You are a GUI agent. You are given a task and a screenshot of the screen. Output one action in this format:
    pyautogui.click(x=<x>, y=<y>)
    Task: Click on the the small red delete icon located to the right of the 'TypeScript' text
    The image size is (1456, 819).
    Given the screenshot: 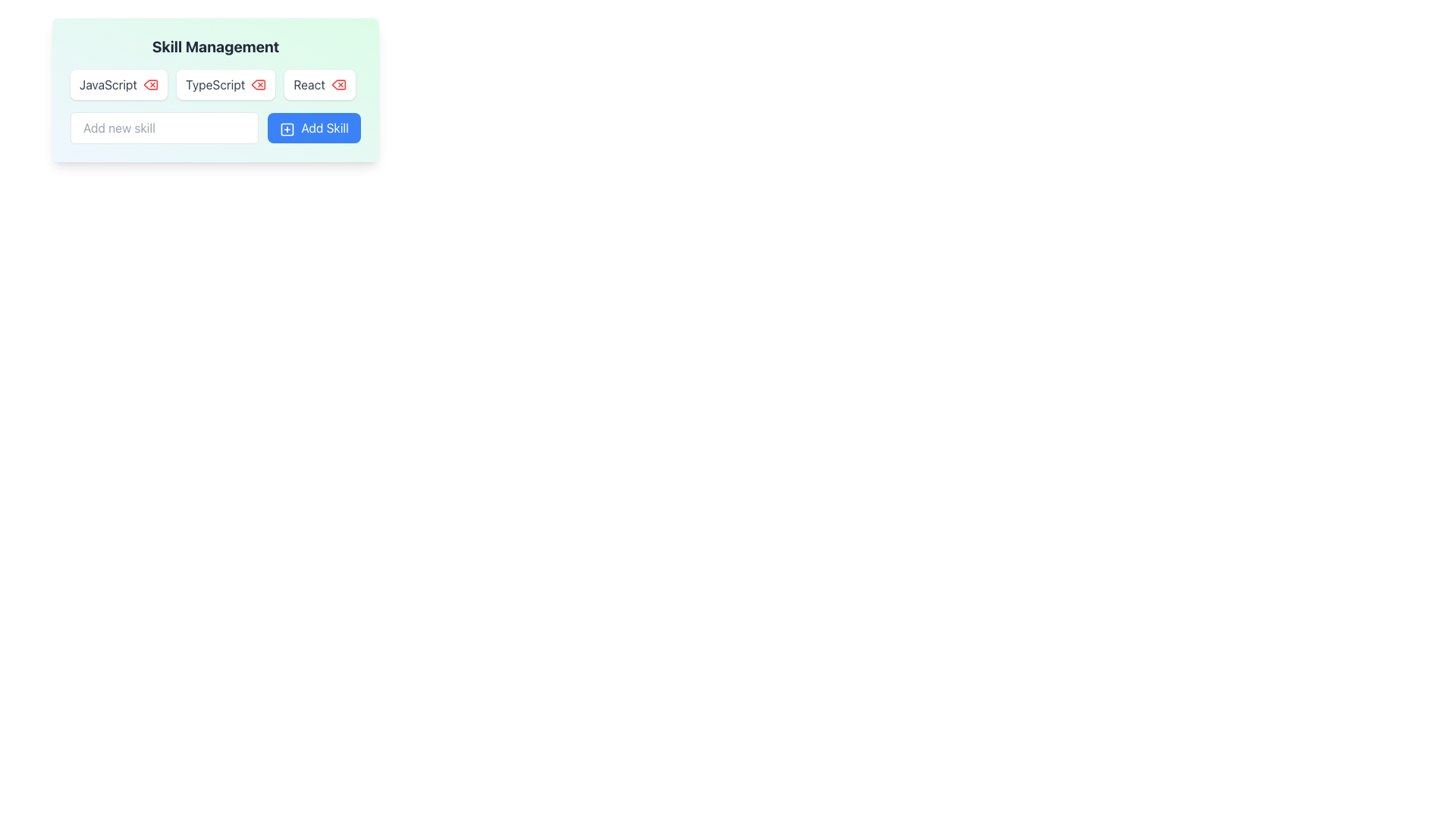 What is the action you would take?
    pyautogui.click(x=259, y=84)
    